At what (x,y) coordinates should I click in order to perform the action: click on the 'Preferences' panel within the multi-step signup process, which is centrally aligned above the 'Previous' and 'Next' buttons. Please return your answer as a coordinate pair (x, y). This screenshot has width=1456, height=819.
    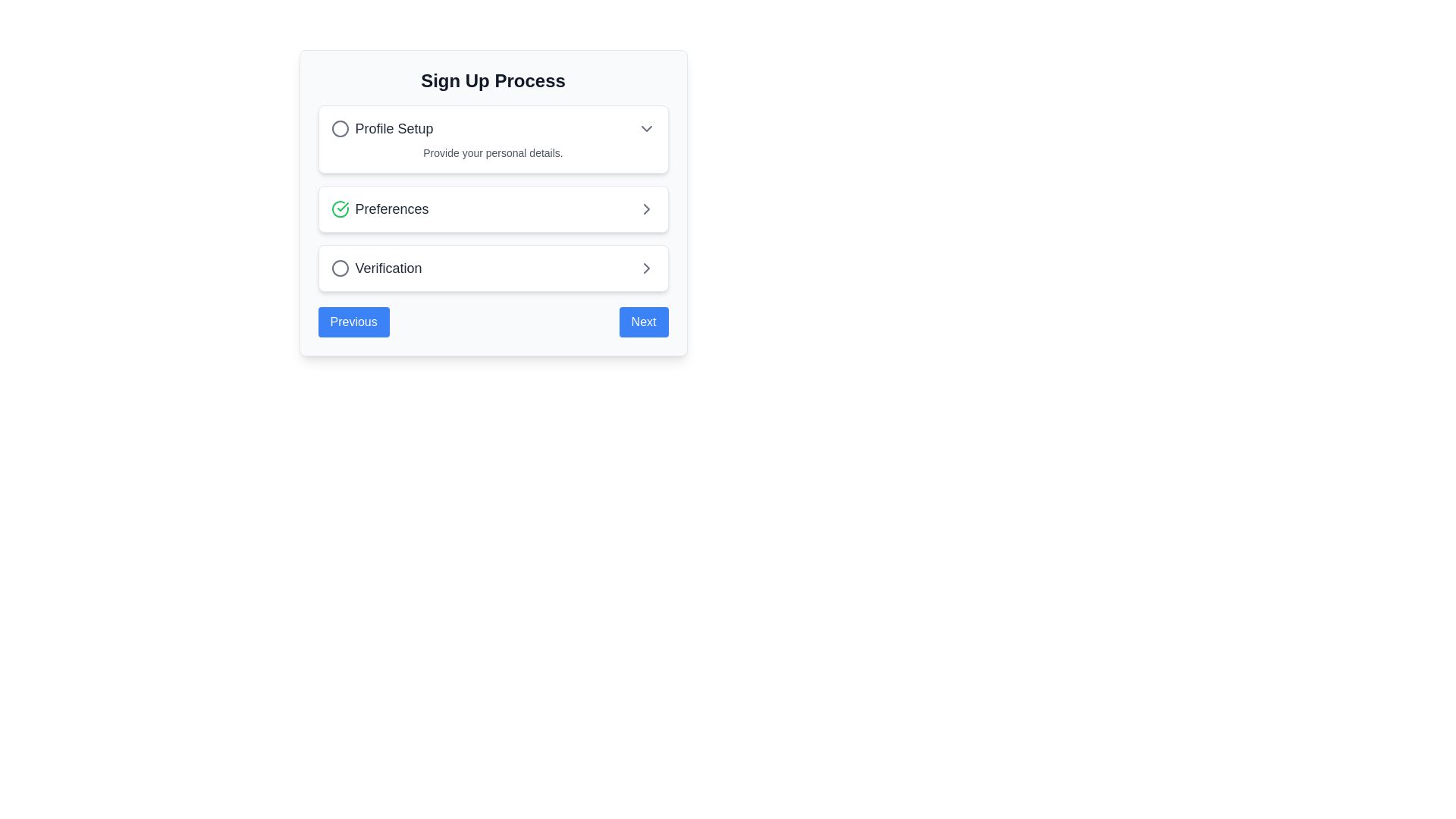
    Looking at the image, I should click on (493, 202).